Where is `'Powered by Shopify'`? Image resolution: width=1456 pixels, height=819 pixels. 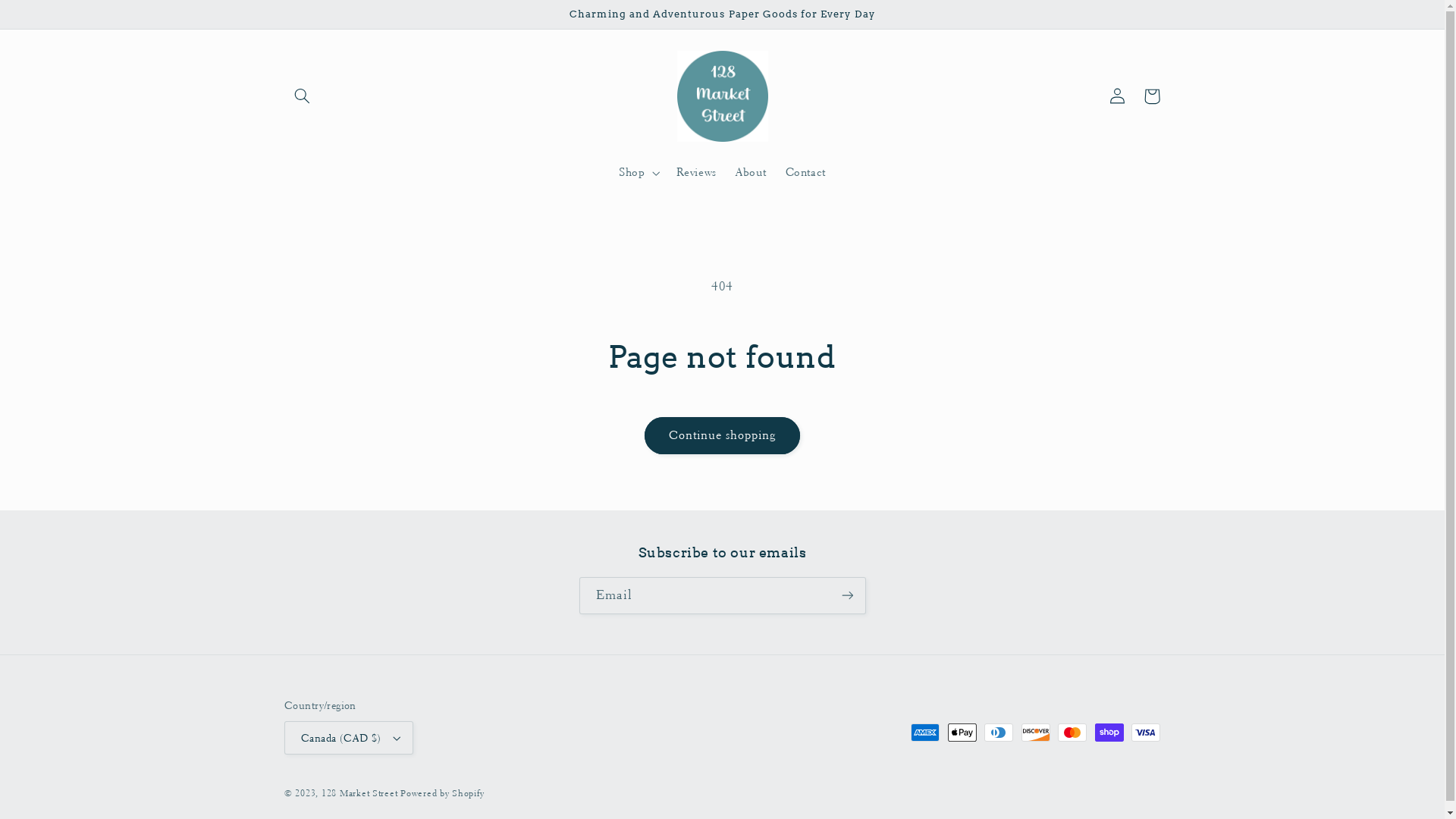
'Powered by Shopify' is located at coordinates (441, 792).